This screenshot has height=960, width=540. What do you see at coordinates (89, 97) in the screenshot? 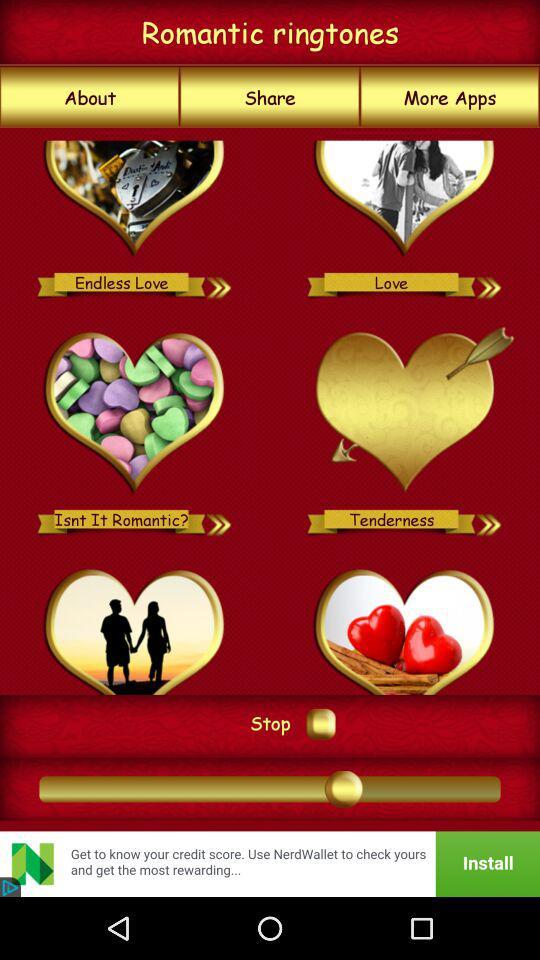
I see `icon to the left of the share` at bounding box center [89, 97].